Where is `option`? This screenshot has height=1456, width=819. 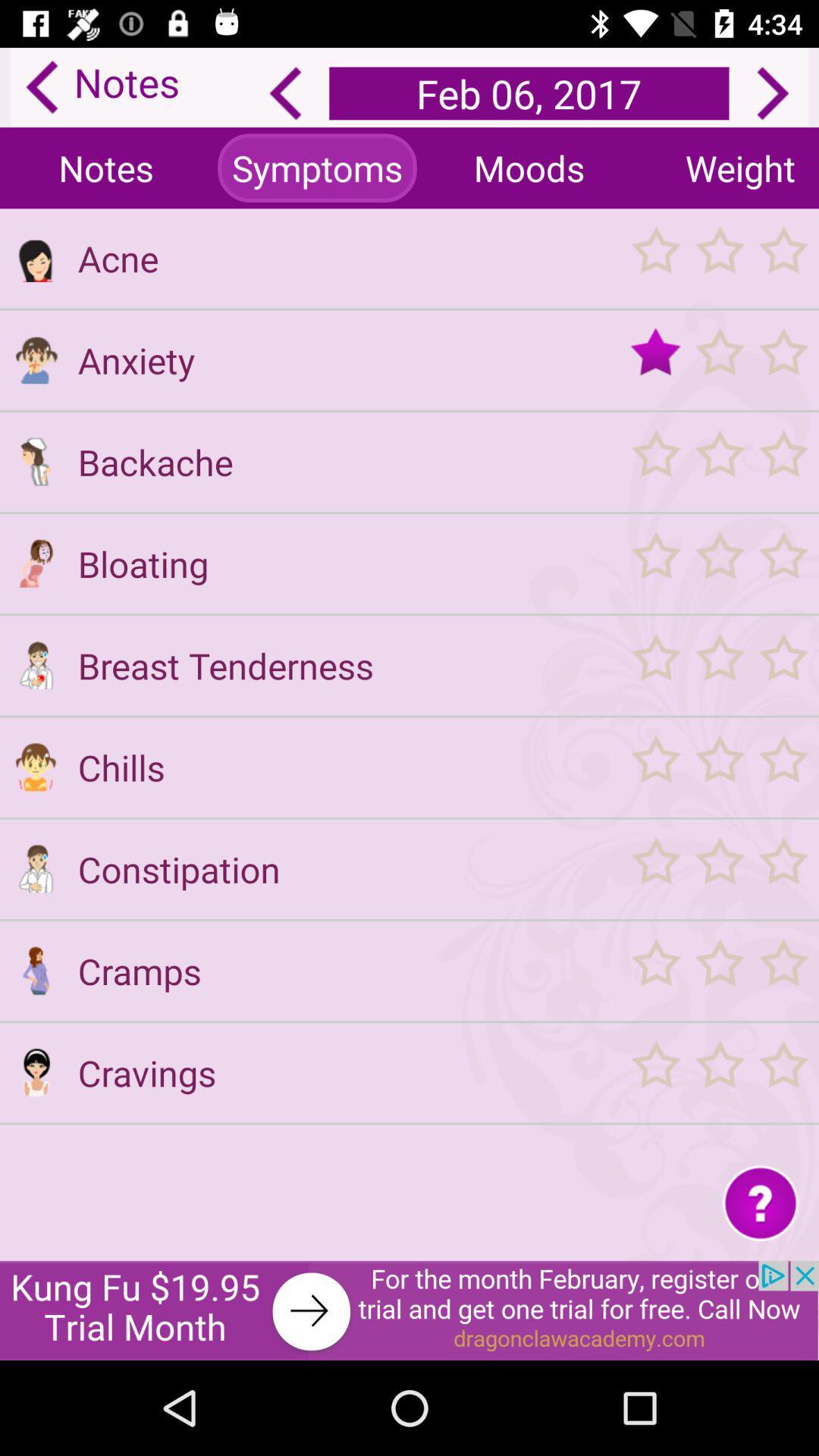 option is located at coordinates (718, 869).